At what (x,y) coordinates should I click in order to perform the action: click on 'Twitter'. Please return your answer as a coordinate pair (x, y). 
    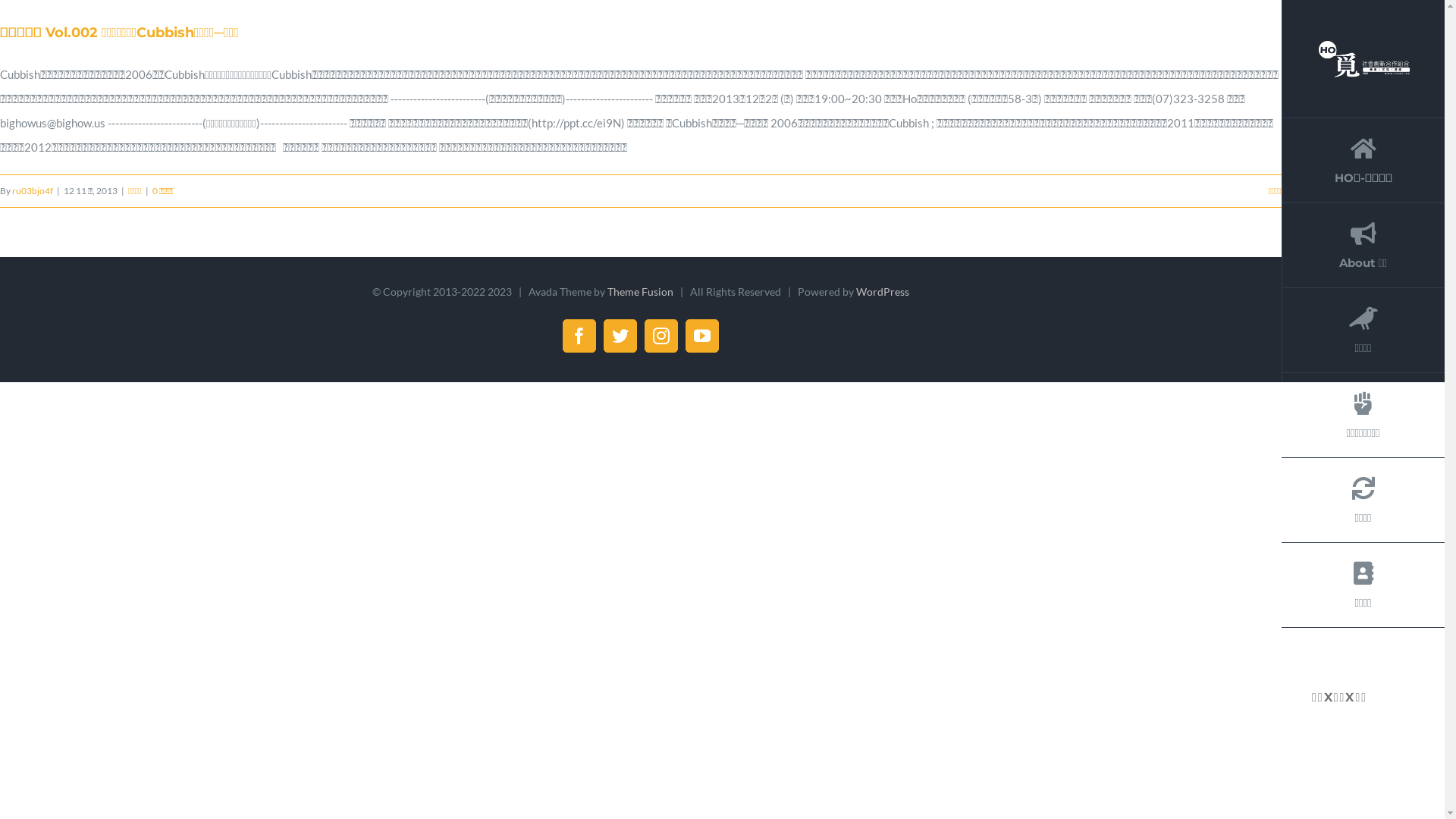
    Looking at the image, I should click on (620, 335).